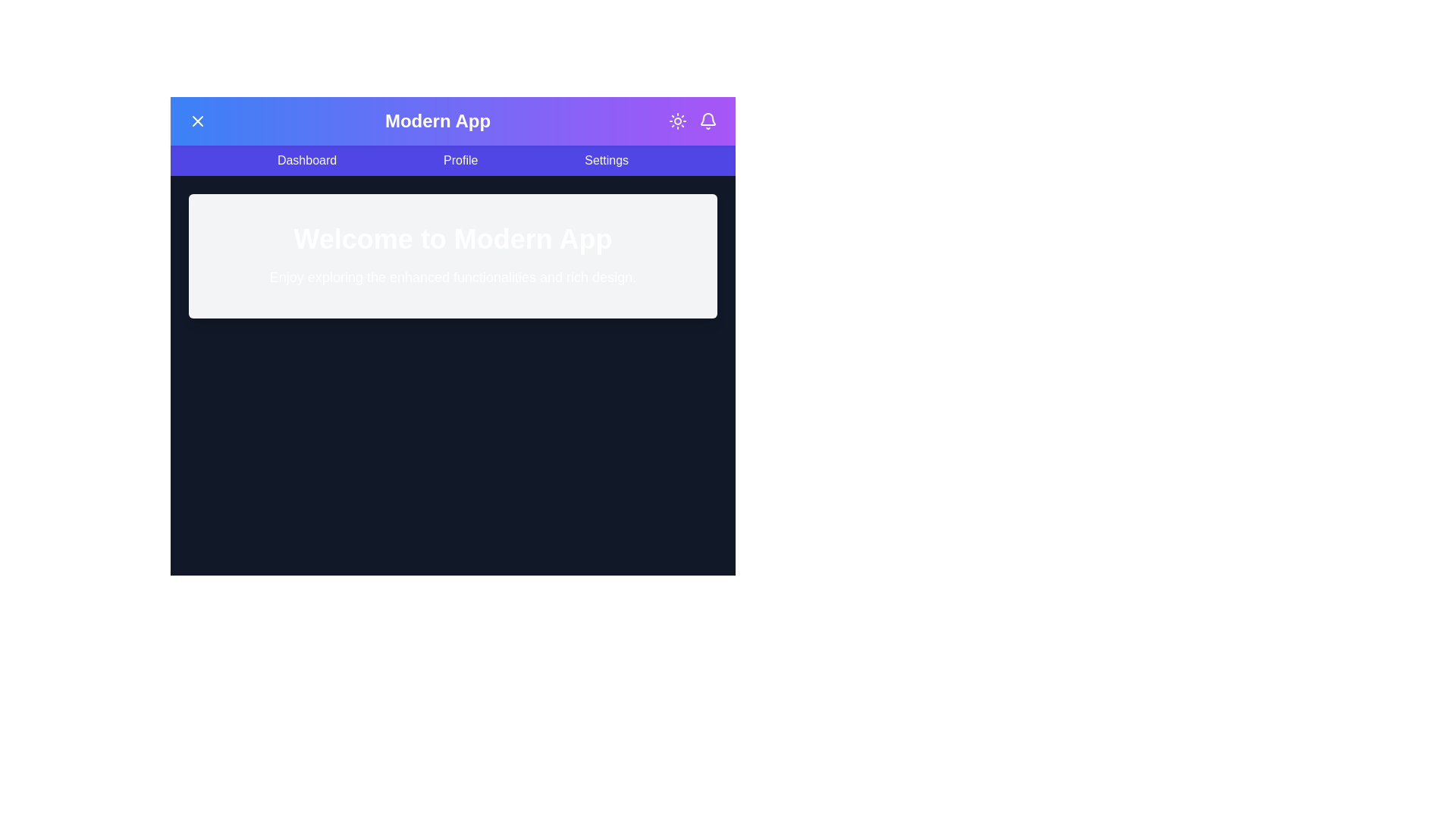 This screenshot has height=819, width=1456. I want to click on the menu button to toggle the menu display, so click(196, 120).